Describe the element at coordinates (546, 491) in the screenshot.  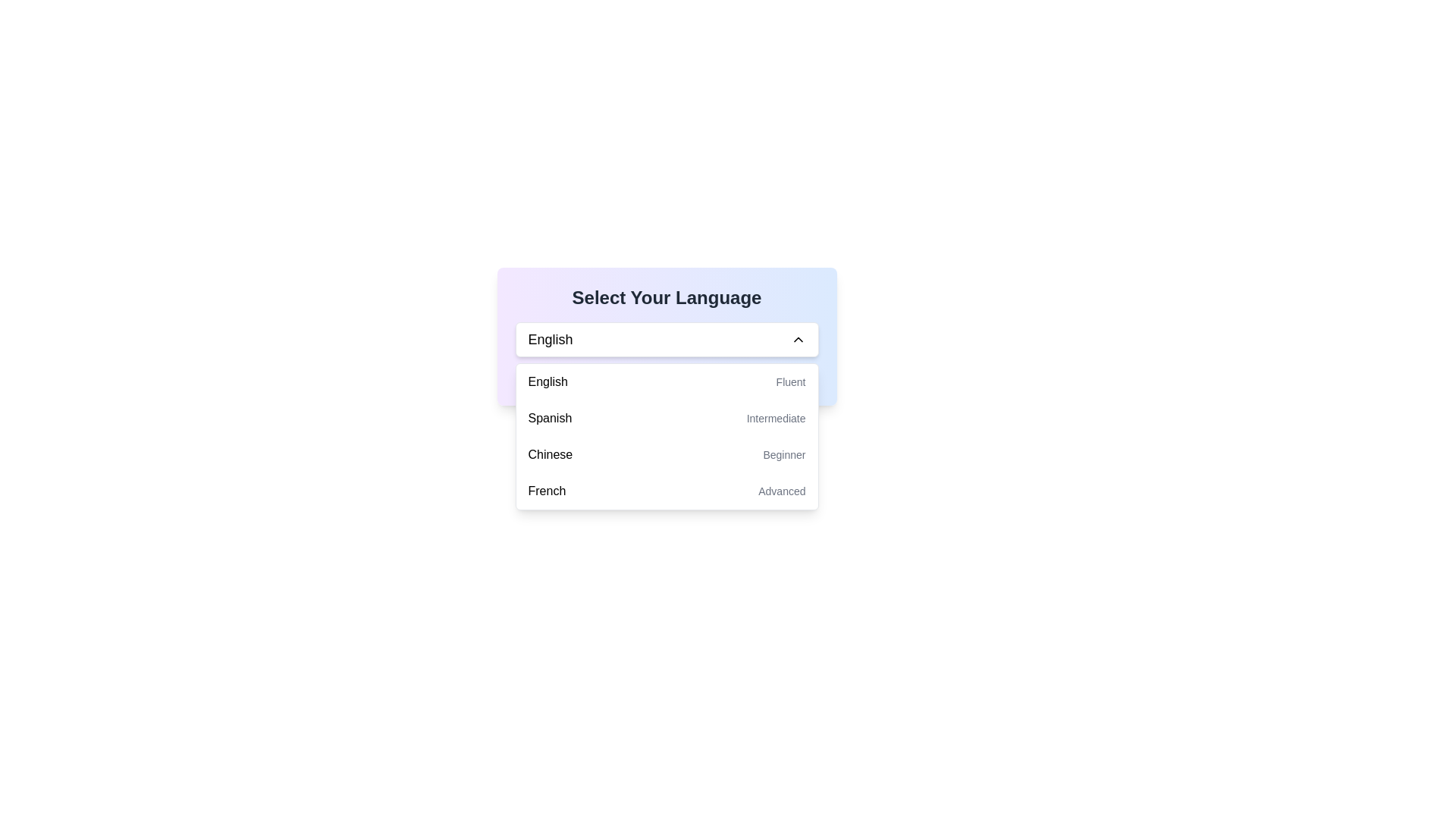
I see `the 'French' text label in the dropdown list indicating language selection, which is positioned before the word 'Advanced'` at that location.